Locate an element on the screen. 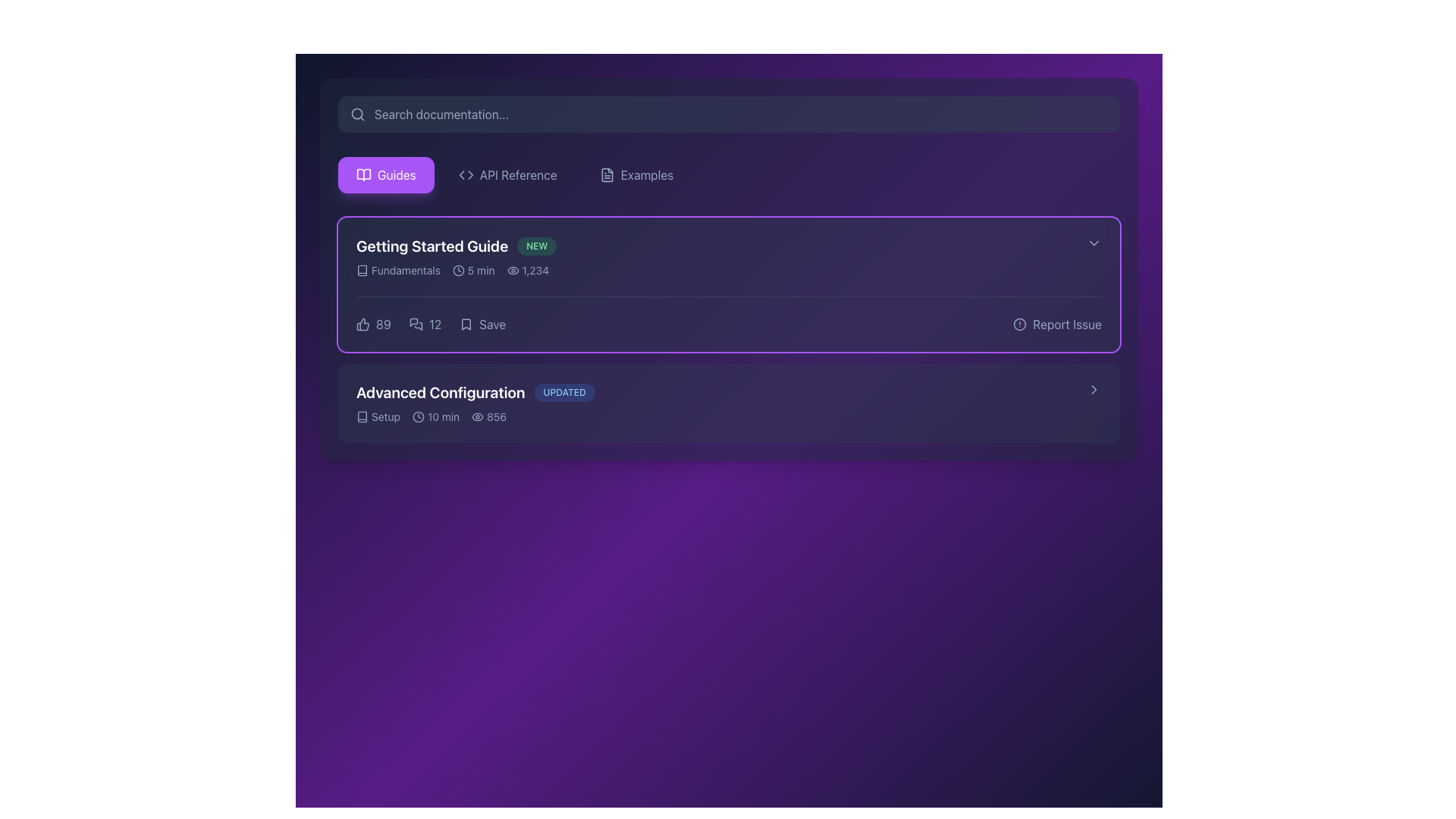  the eye icon representing the view count for the 'Advanced Configuration' section, located to the left of the number '856' is located at coordinates (477, 417).